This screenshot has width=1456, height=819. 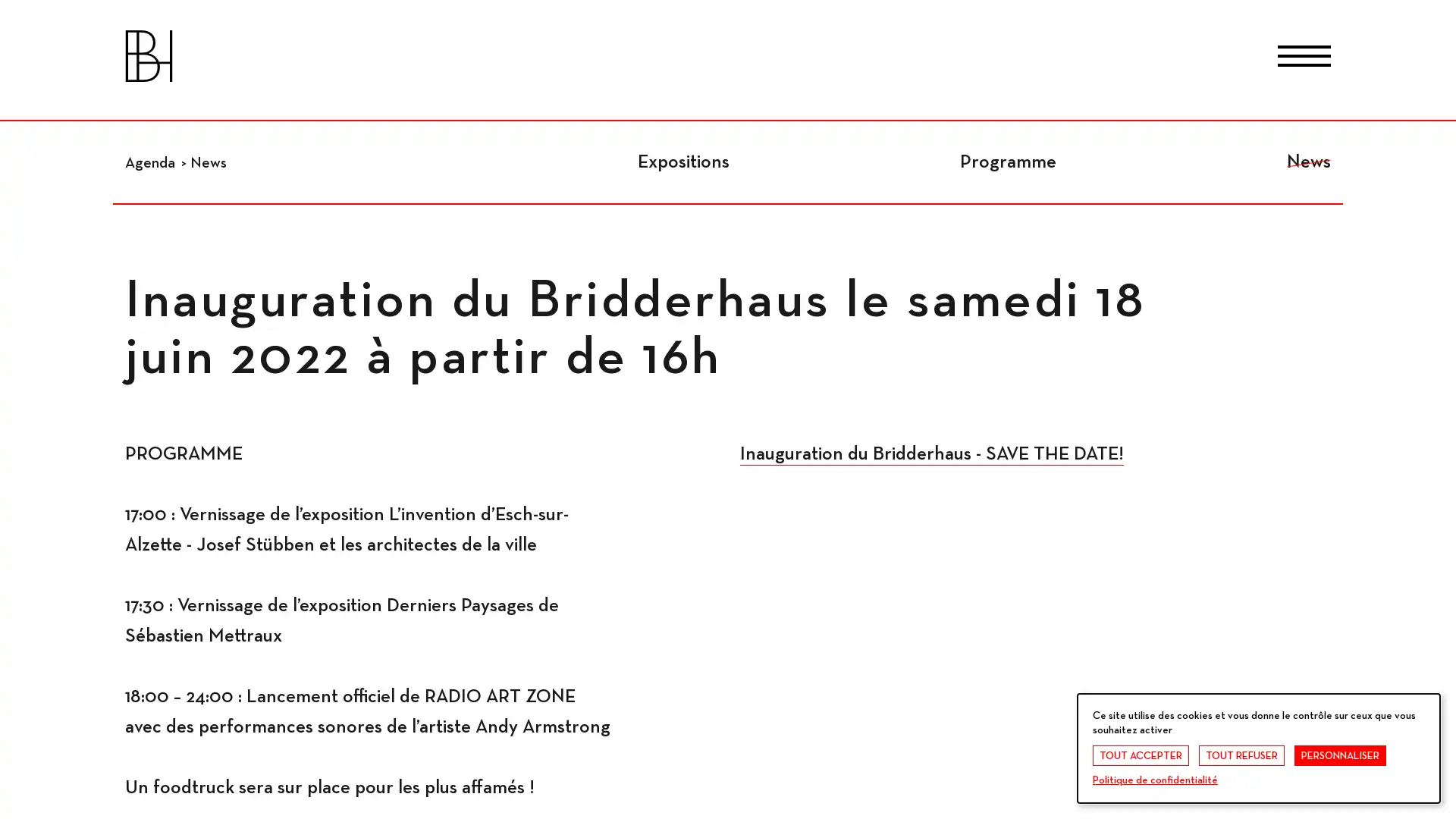 I want to click on Politique de confidentialite, so click(x=1154, y=780).